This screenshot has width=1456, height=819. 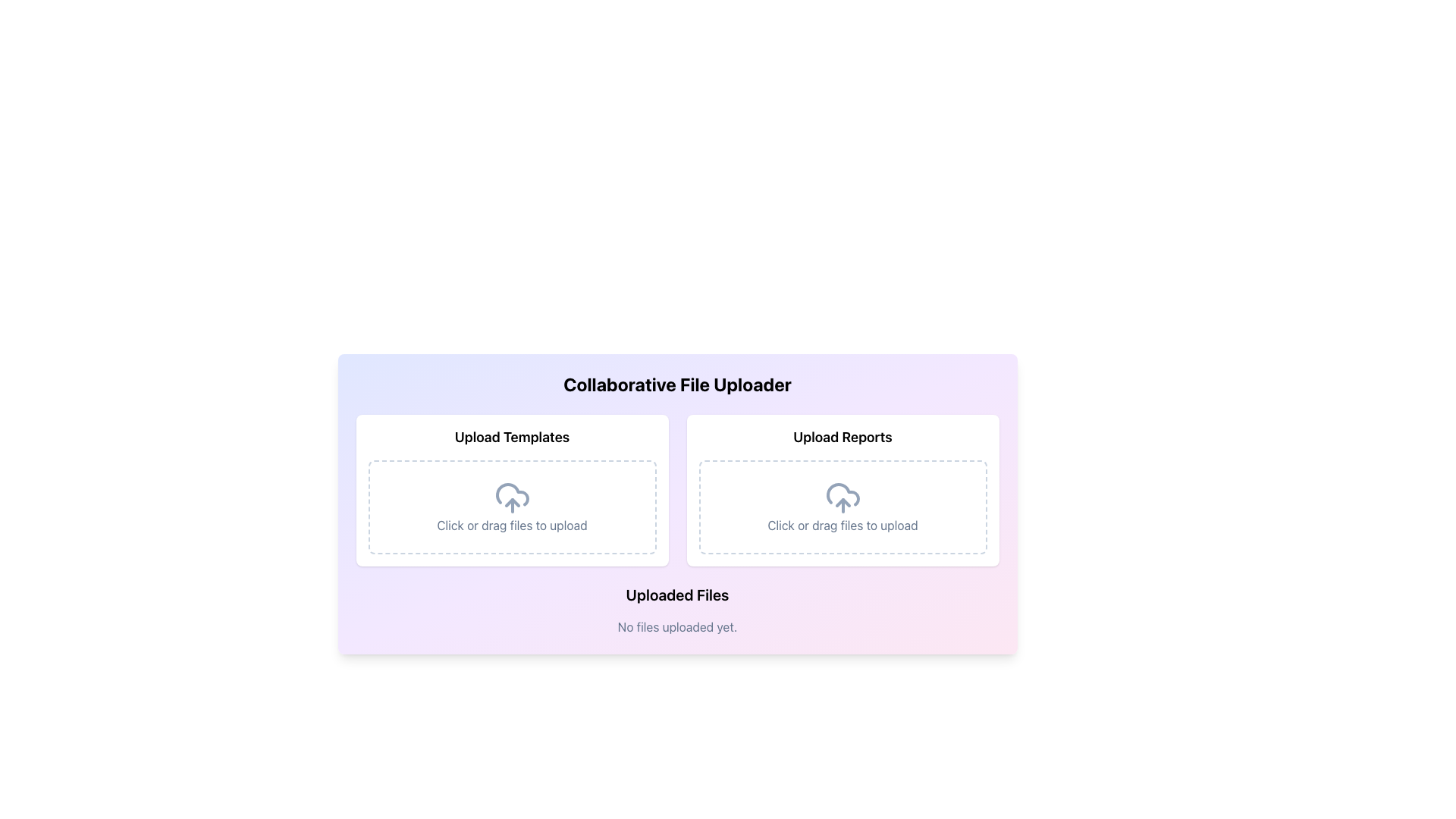 I want to click on the Text Label that serves as a section title for the uploaded files area, located in the lower half of the card layout, directly beneath two upload sections organized horizontally, so click(x=676, y=595).